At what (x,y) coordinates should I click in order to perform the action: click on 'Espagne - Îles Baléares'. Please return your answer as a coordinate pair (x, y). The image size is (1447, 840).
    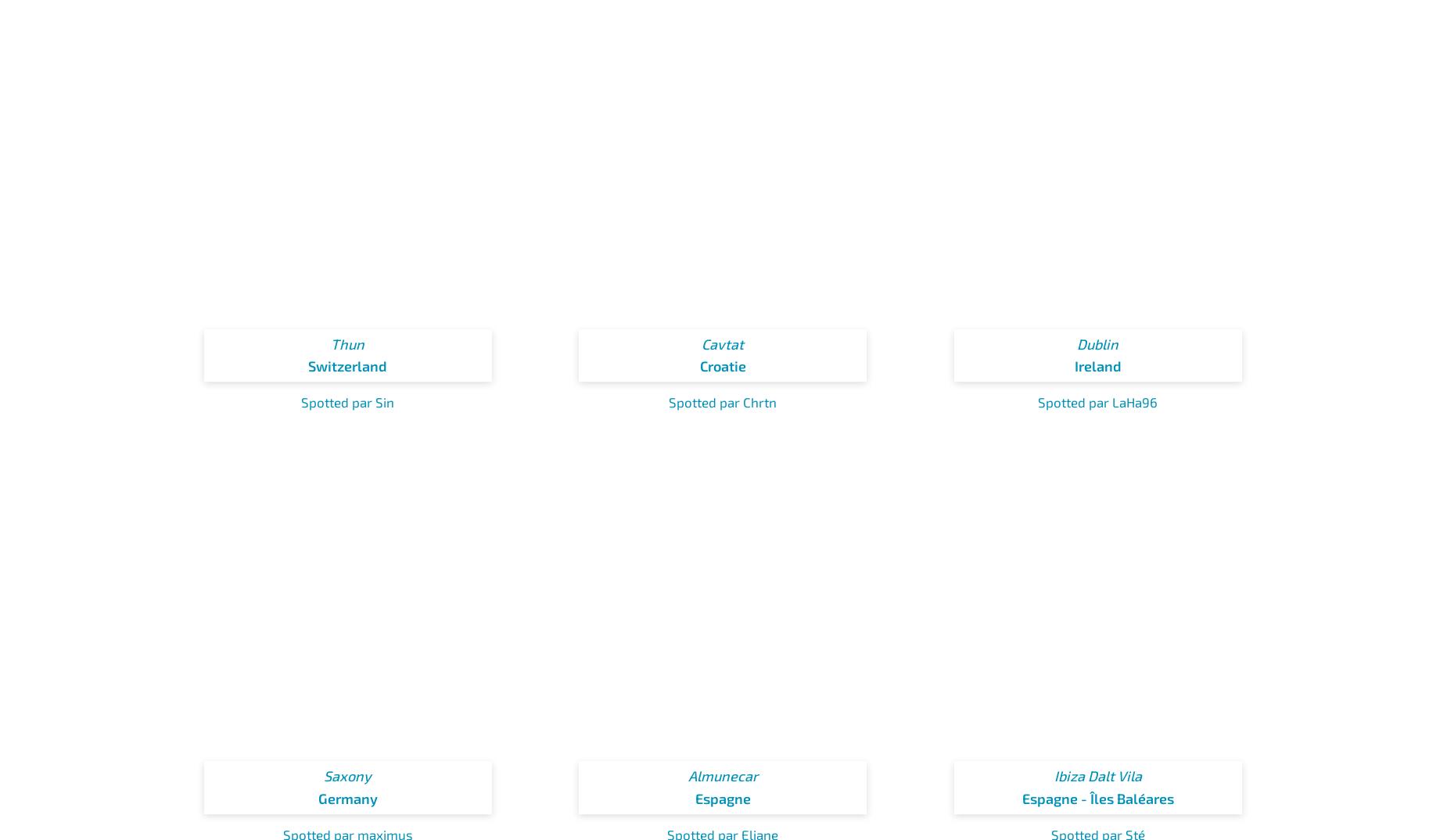
    Looking at the image, I should click on (1097, 799).